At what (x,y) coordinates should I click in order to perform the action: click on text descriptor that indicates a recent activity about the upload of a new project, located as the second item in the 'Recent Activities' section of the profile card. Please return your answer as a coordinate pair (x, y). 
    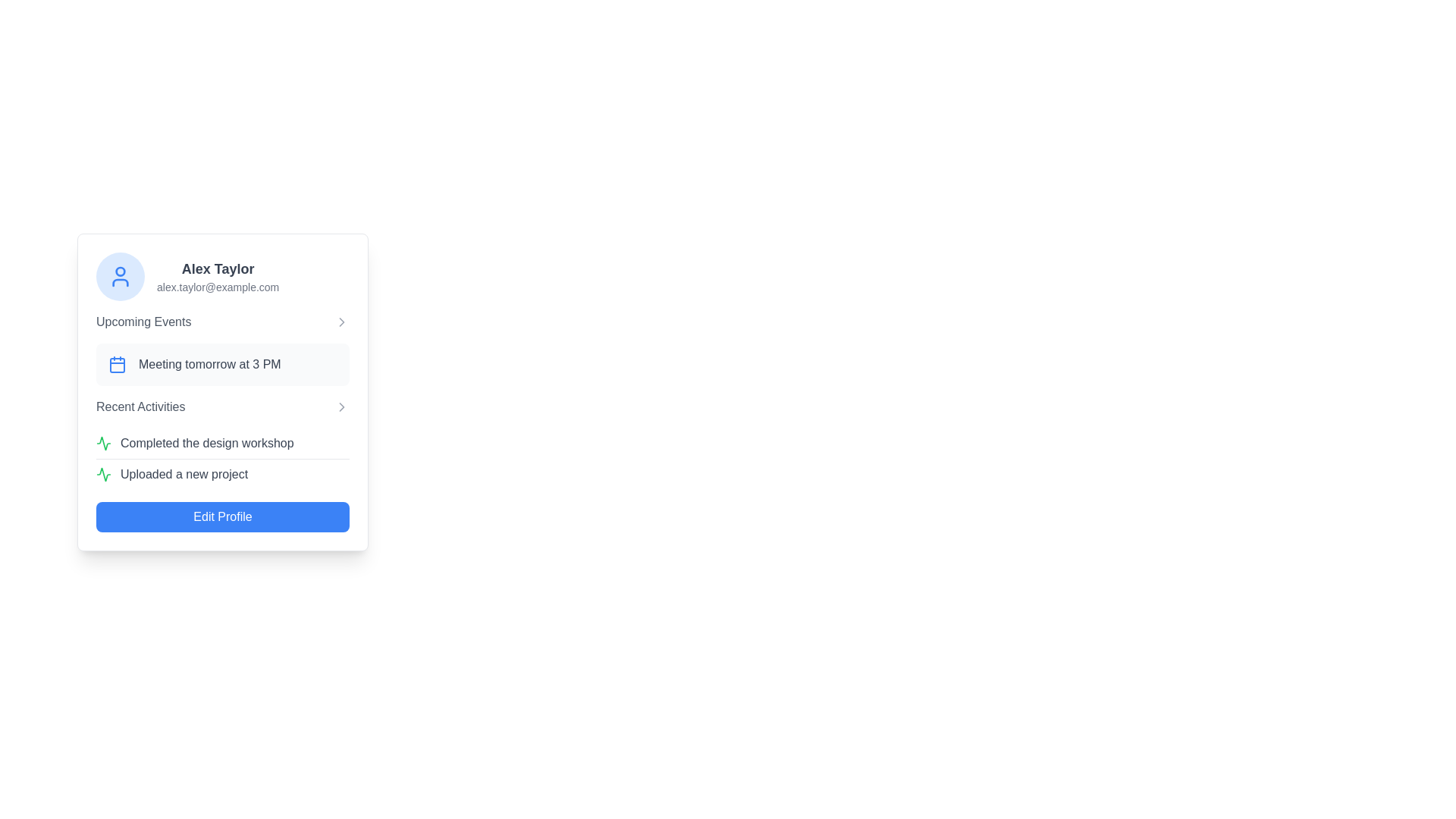
    Looking at the image, I should click on (221, 472).